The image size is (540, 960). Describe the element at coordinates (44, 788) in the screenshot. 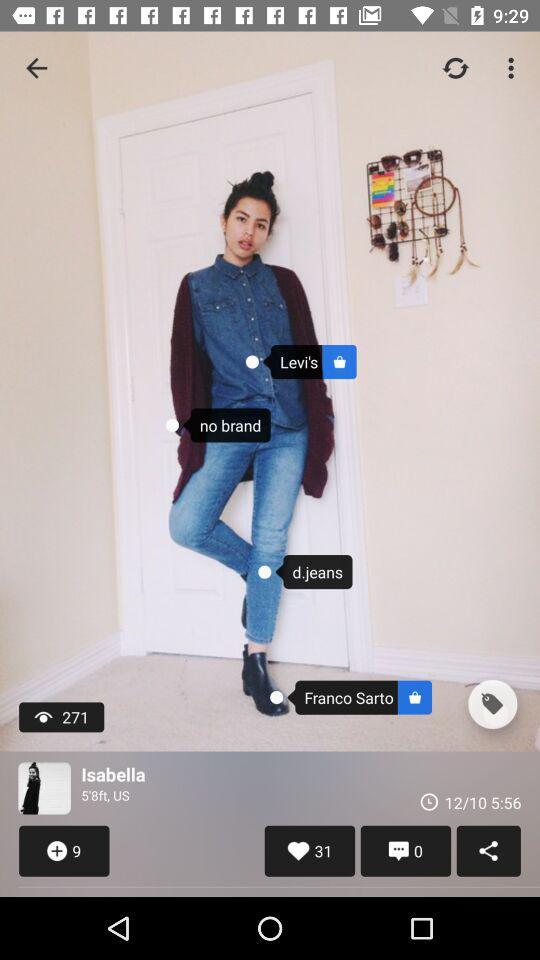

I see `the icon above the 9 icon` at that location.